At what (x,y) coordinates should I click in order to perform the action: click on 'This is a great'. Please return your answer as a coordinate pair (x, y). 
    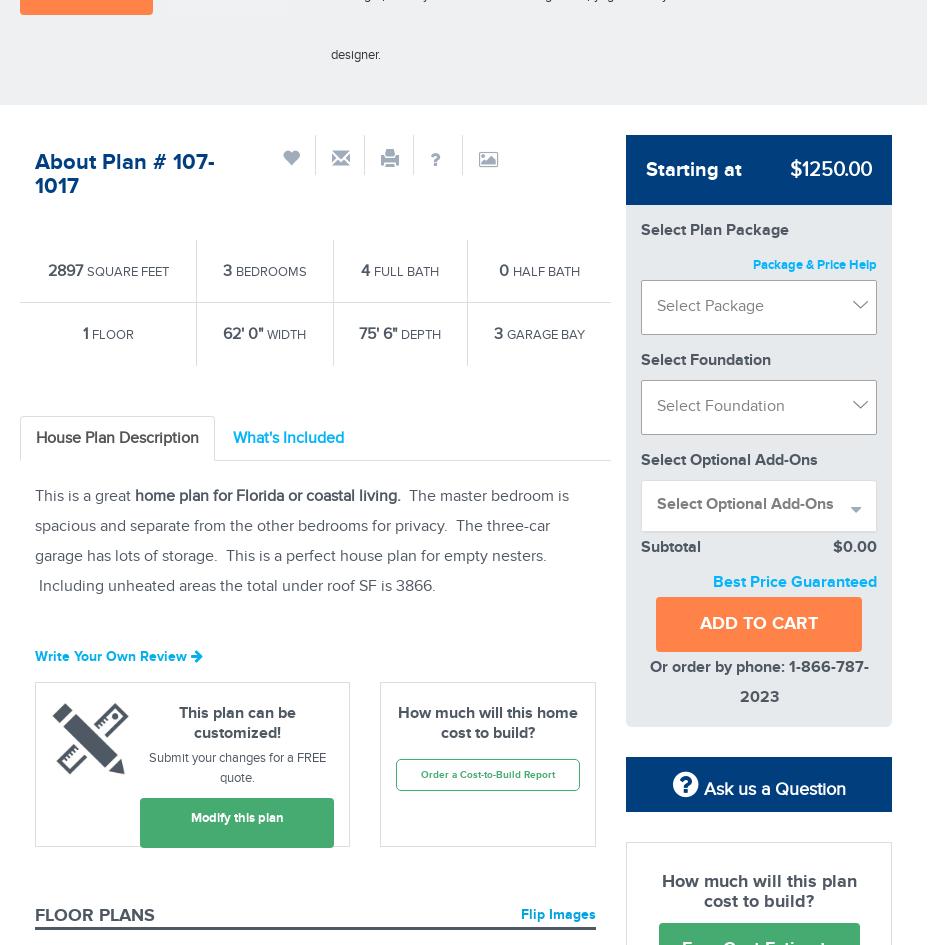
    Looking at the image, I should click on (83, 495).